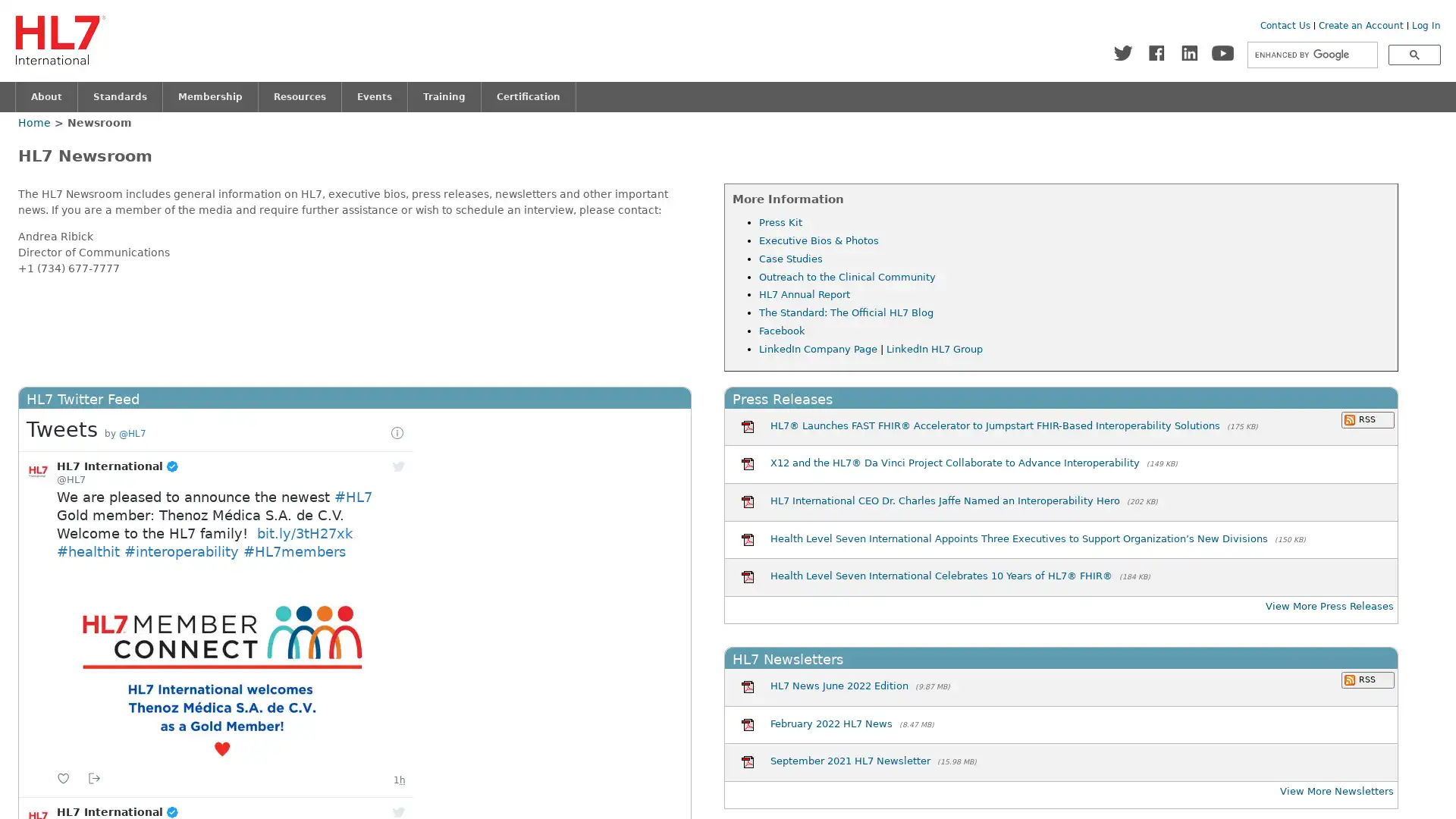  I want to click on search, so click(1414, 54).